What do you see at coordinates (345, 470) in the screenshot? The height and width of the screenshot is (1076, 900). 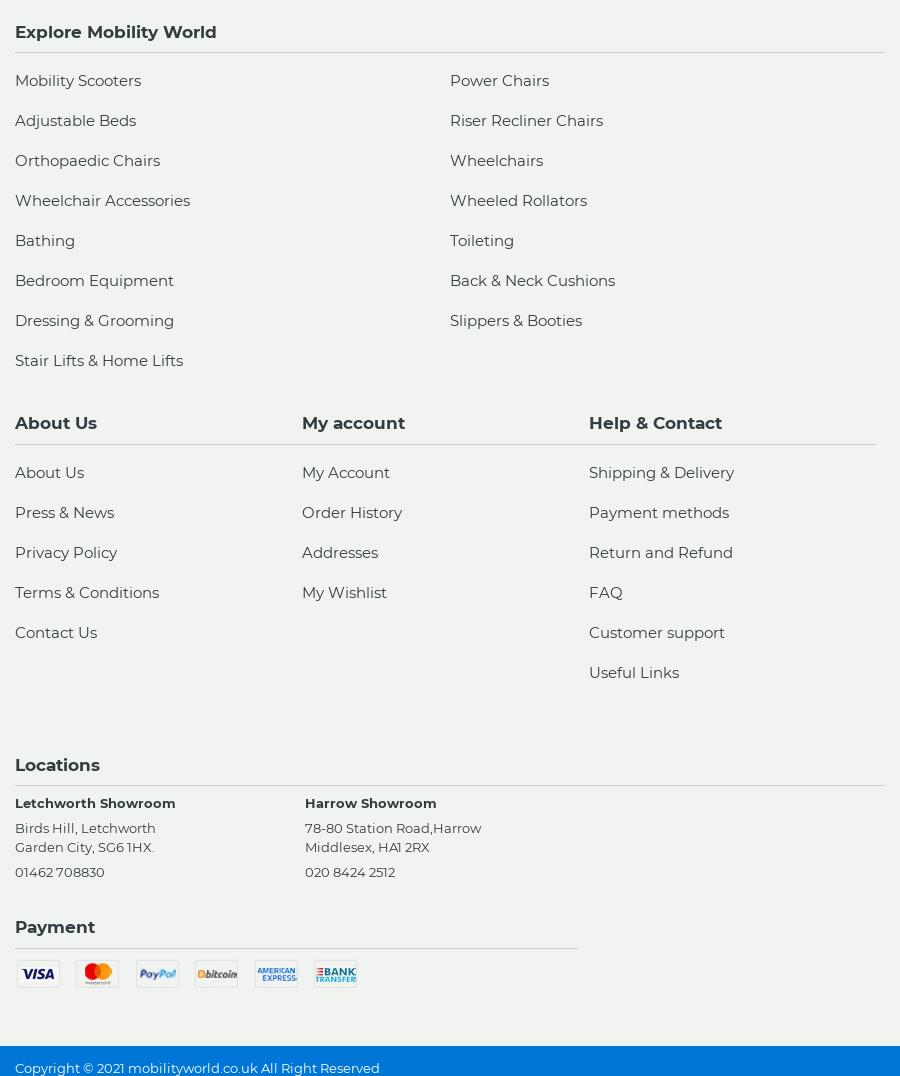 I see `'My Account'` at bounding box center [345, 470].